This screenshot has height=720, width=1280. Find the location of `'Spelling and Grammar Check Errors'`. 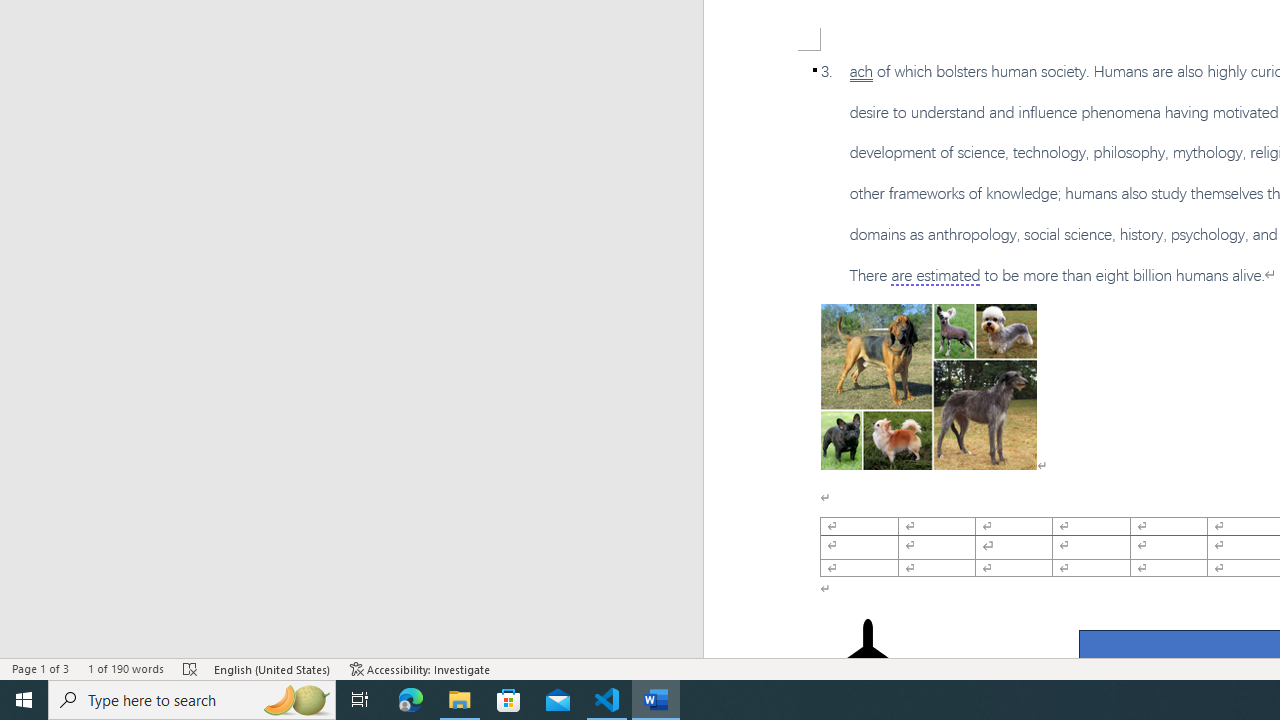

'Spelling and Grammar Check Errors' is located at coordinates (191, 669).